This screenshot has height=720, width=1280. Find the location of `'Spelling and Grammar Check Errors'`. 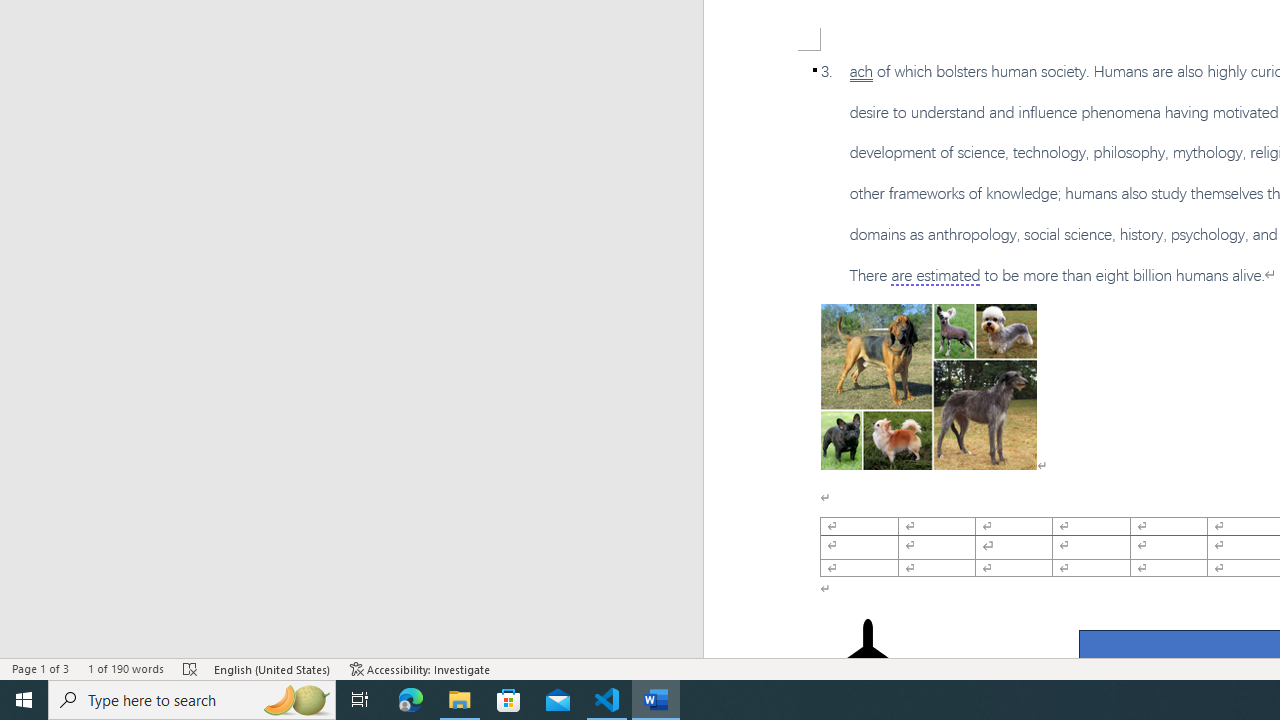

'Spelling and Grammar Check Errors' is located at coordinates (191, 669).